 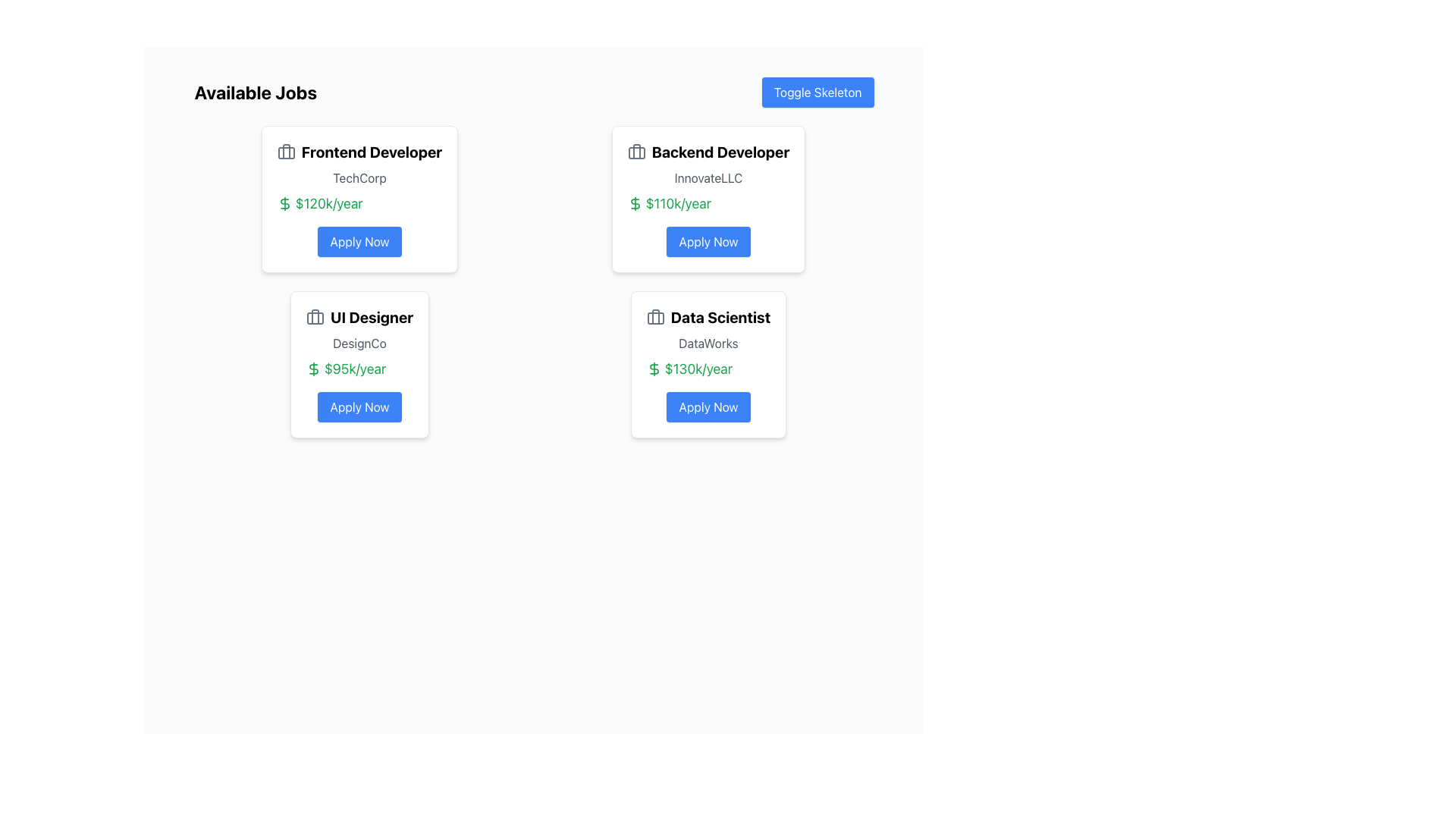 What do you see at coordinates (359, 365) in the screenshot?
I see `the Job Listing Card for the position 'UI Designer' at 'DesignCo' to trigger potential effects` at bounding box center [359, 365].